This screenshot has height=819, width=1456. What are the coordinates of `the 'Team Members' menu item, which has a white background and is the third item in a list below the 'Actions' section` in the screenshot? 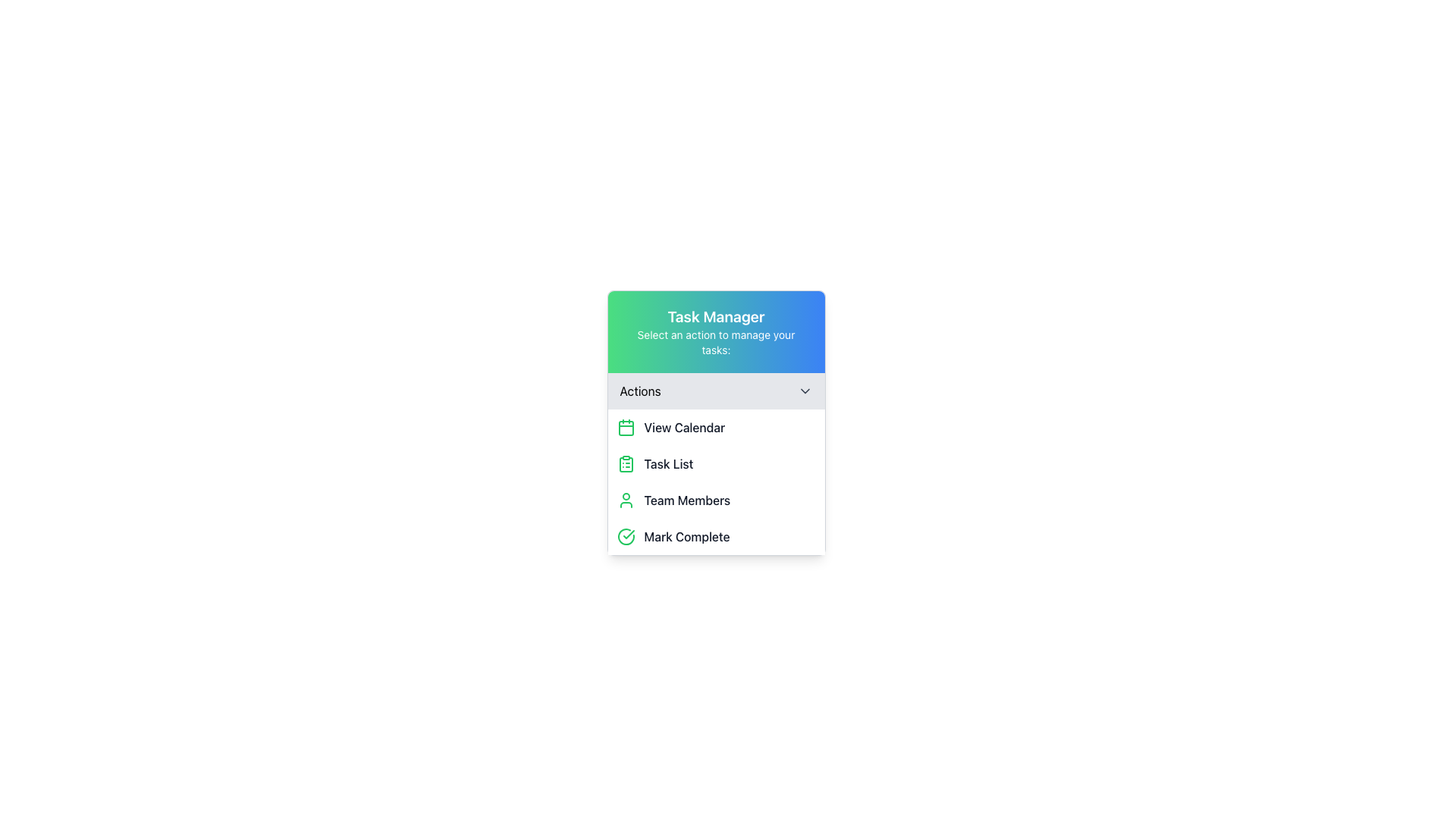 It's located at (715, 482).